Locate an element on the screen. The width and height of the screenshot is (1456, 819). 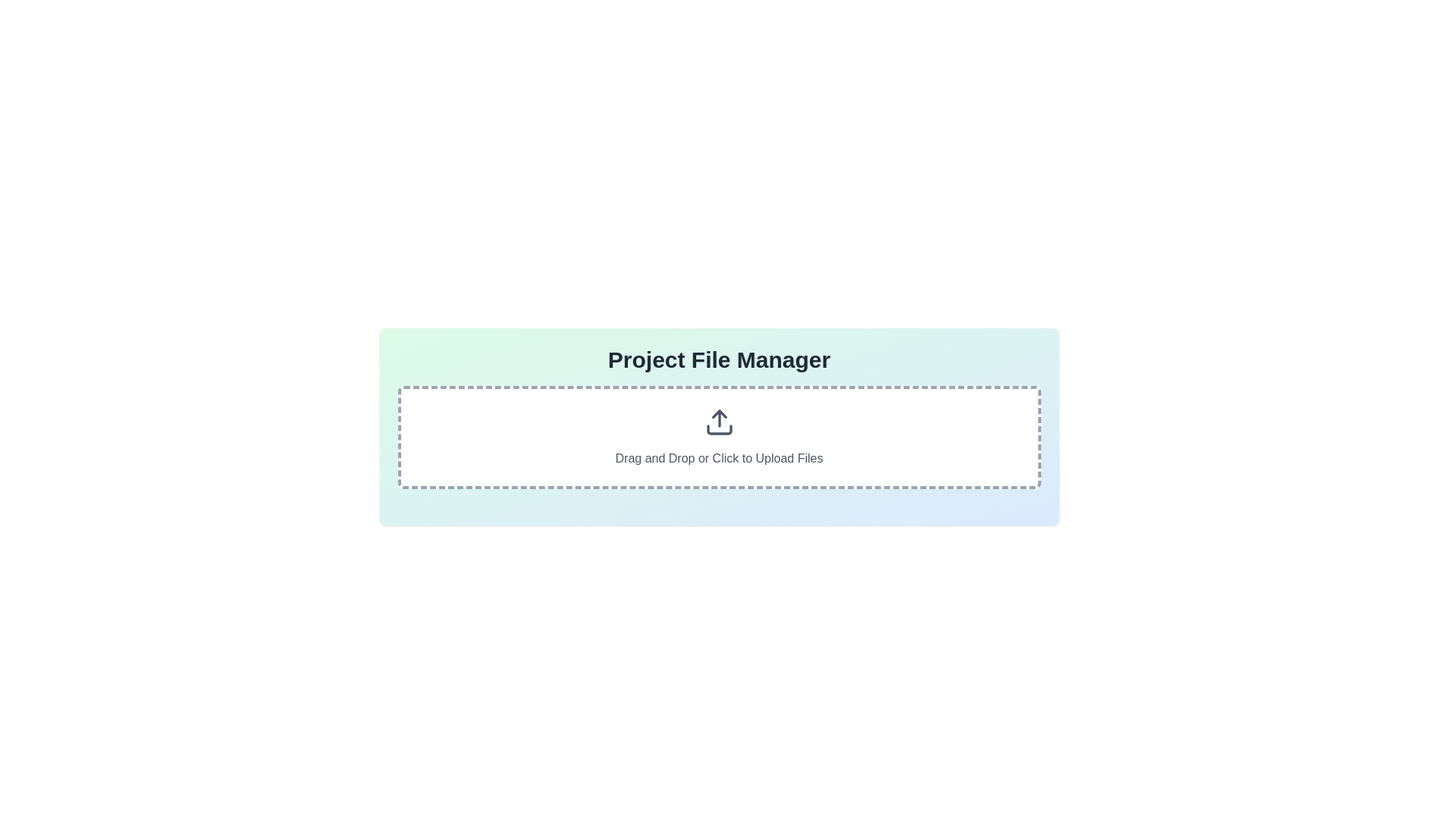
the upload icon, which is visually indicative of the file upload functionality, located above the text 'Drag and Drop or Click to Upload Files' is located at coordinates (718, 422).